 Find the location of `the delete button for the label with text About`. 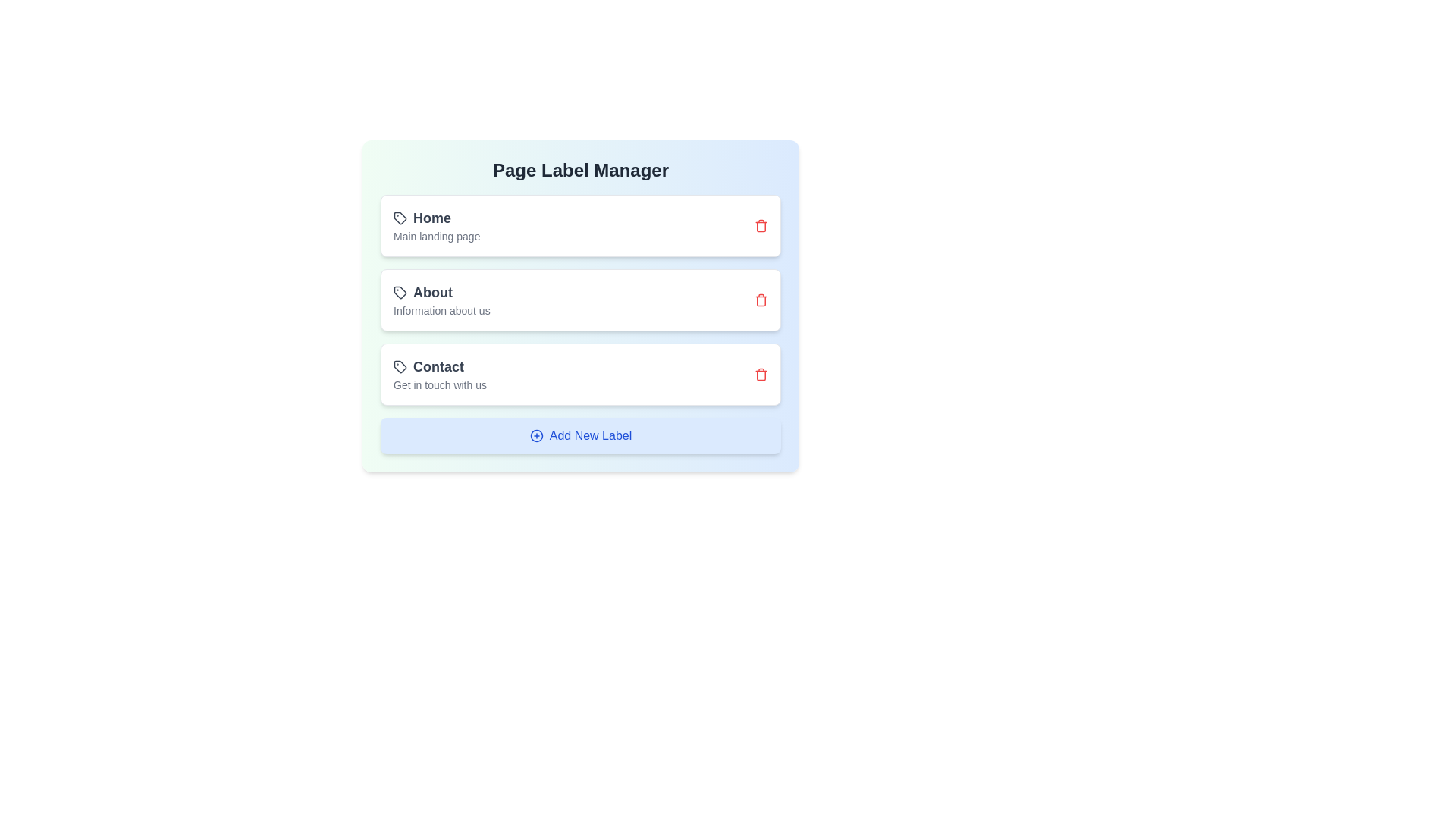

the delete button for the label with text About is located at coordinates (761, 300).